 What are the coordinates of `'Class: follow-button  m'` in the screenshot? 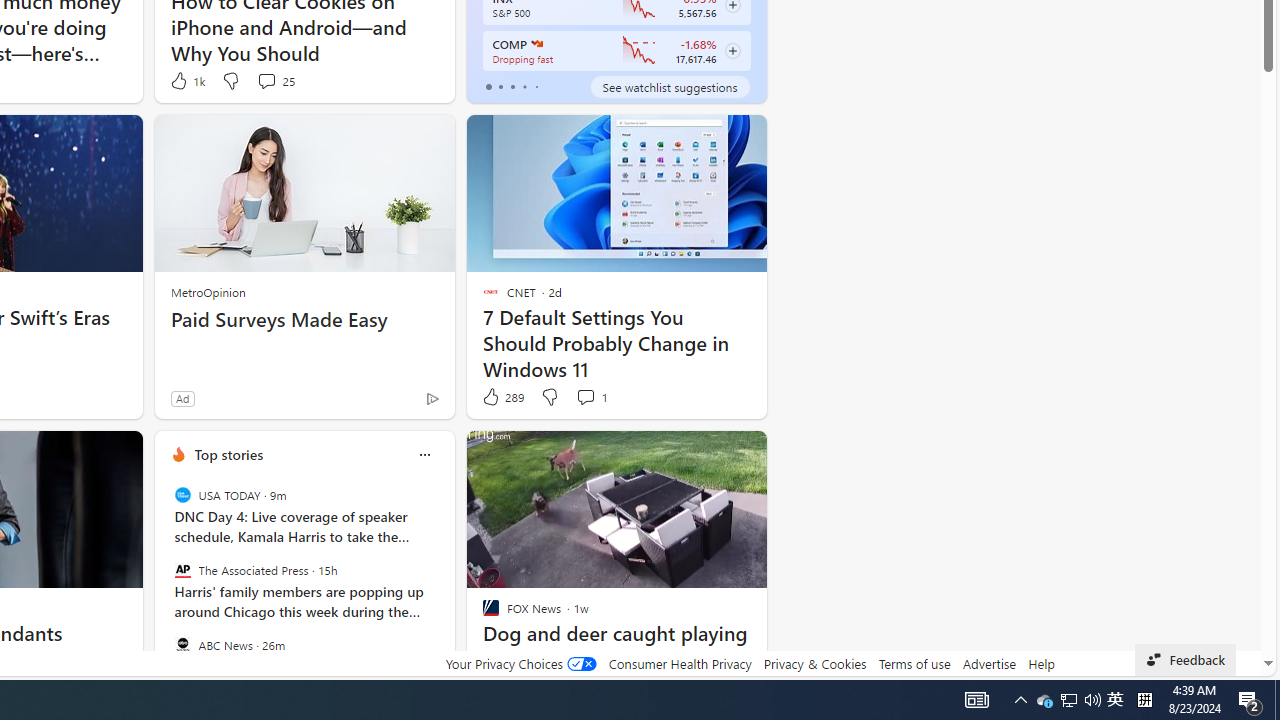 It's located at (731, 50).